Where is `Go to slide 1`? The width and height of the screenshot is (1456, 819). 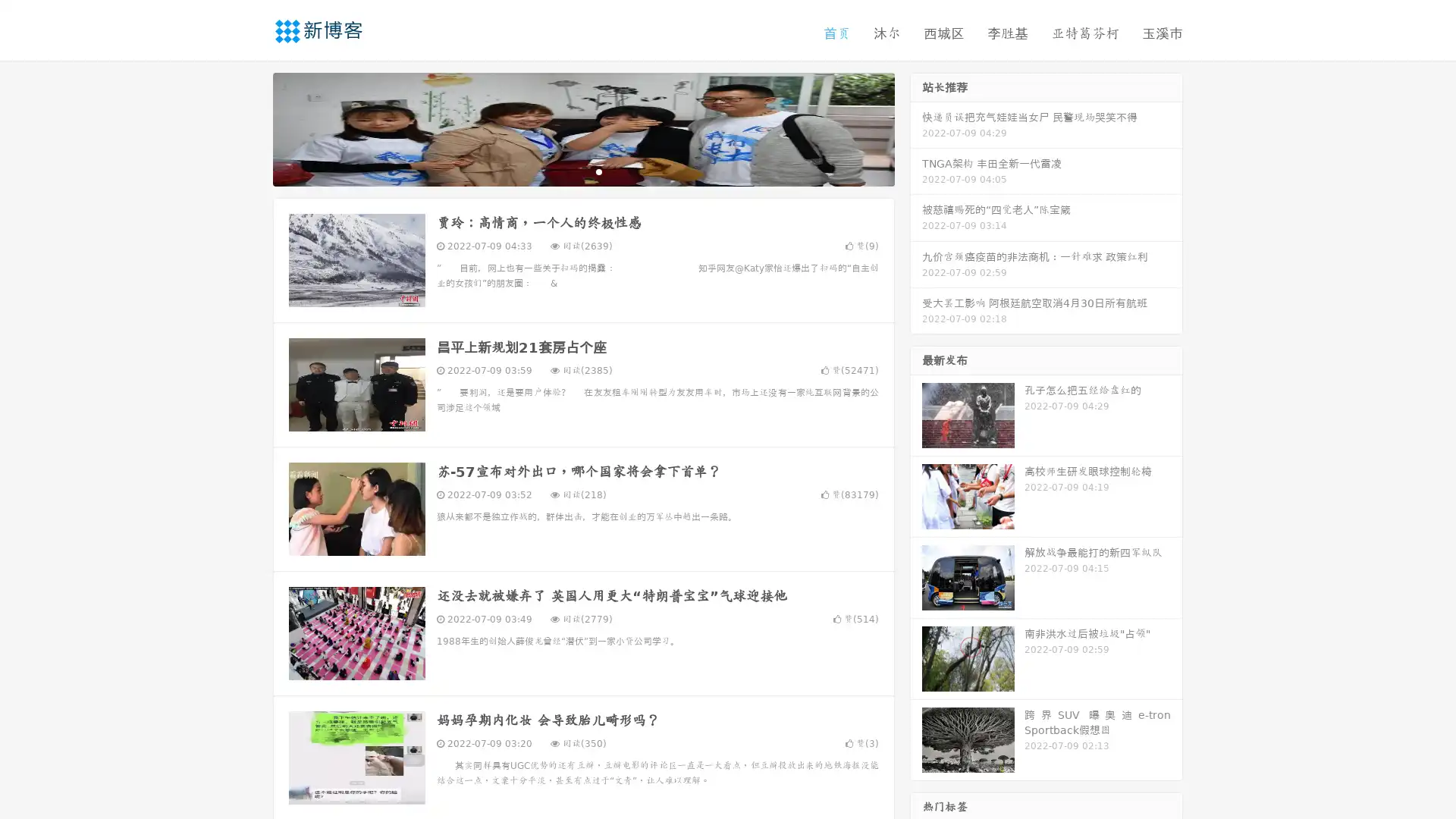
Go to slide 1 is located at coordinates (567, 171).